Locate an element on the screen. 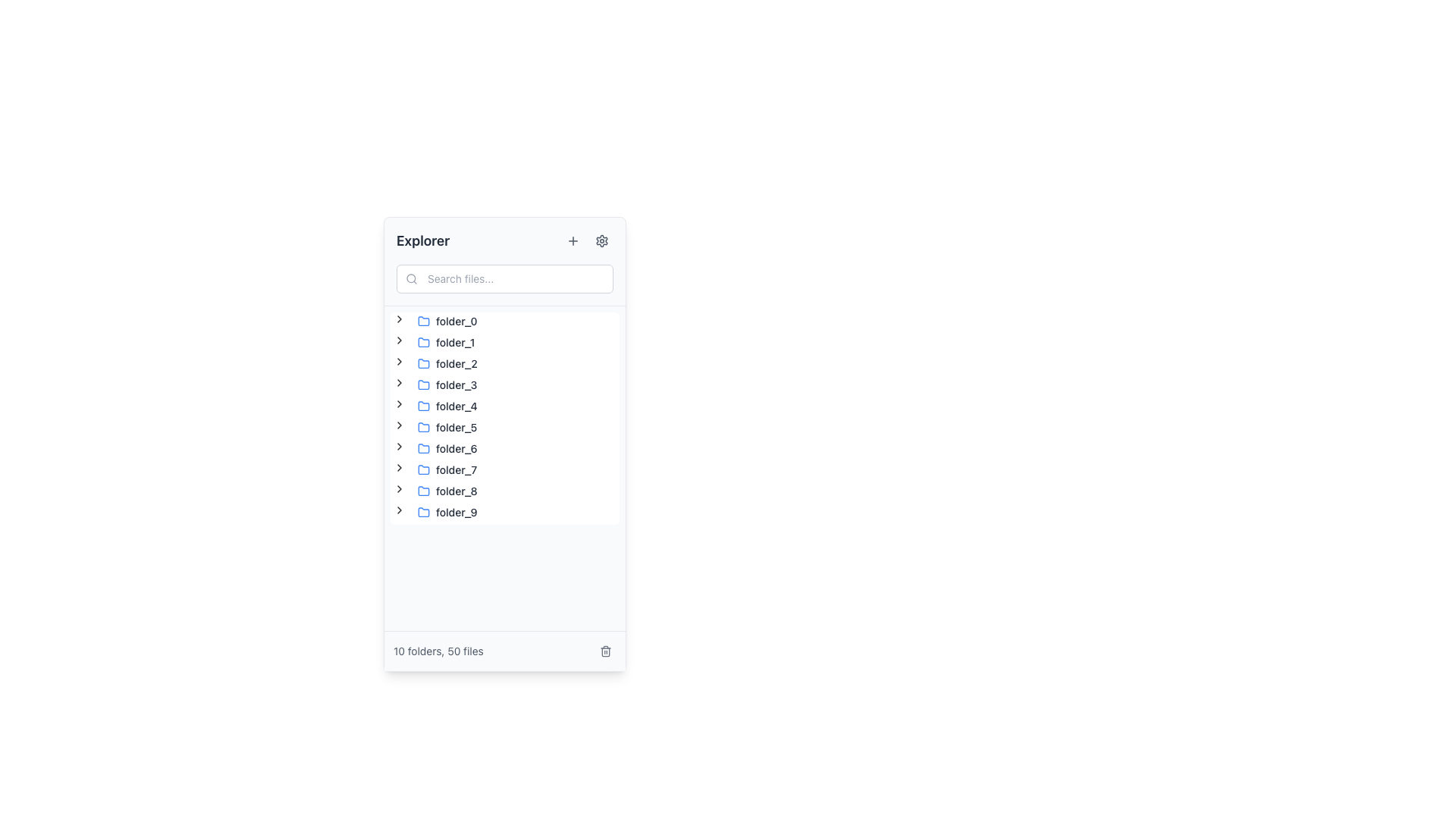 Image resolution: width=1456 pixels, height=819 pixels. to select the Tree node element representing a folder in the Explorer, which is the first item in the list containing a folder icon and text label is located at coordinates (447, 321).